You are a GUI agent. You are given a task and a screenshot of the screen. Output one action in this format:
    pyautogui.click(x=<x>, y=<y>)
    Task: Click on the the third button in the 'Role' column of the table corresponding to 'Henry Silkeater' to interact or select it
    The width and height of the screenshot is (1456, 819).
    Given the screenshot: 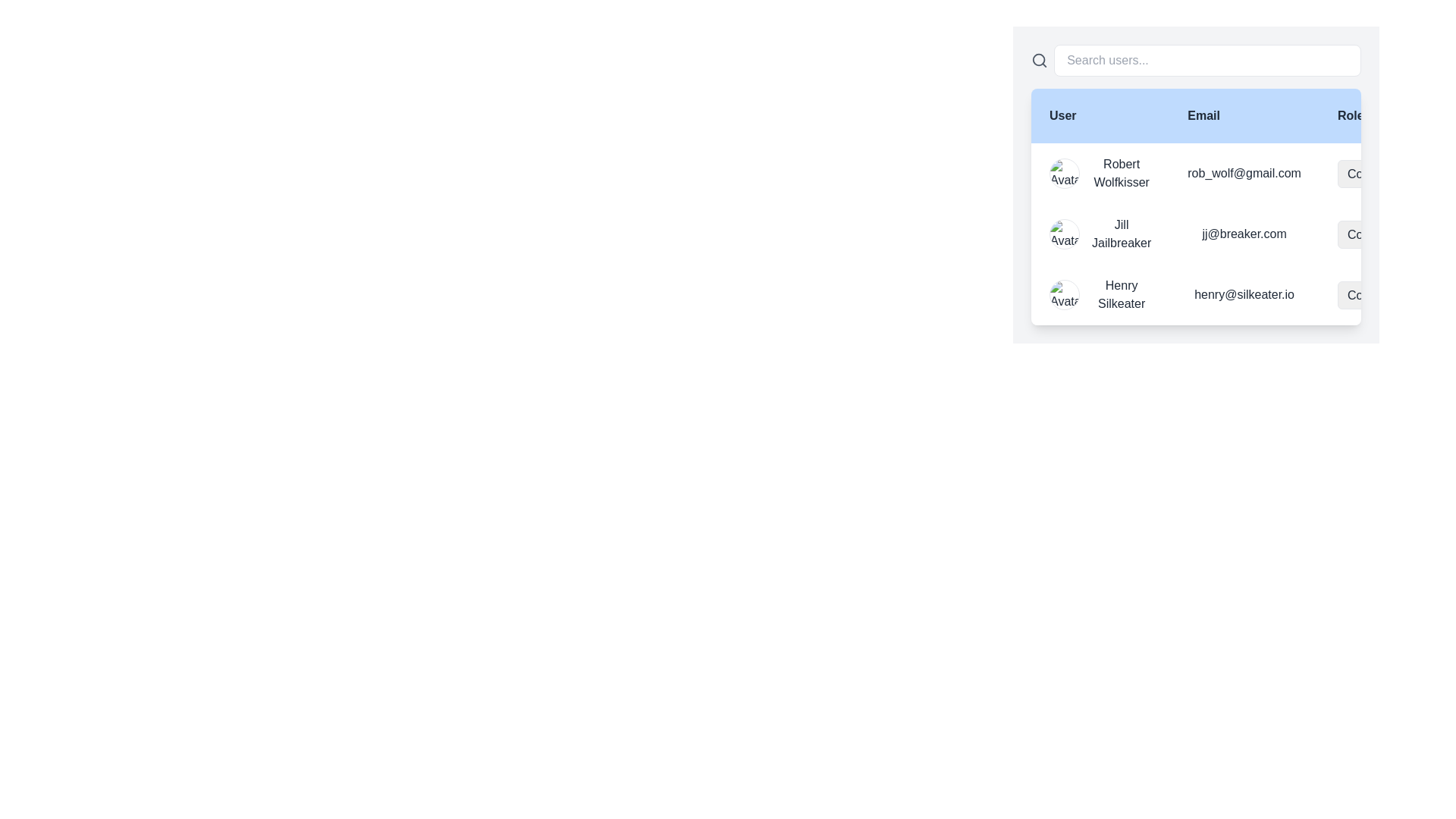 What is the action you would take?
    pyautogui.click(x=1385, y=234)
    